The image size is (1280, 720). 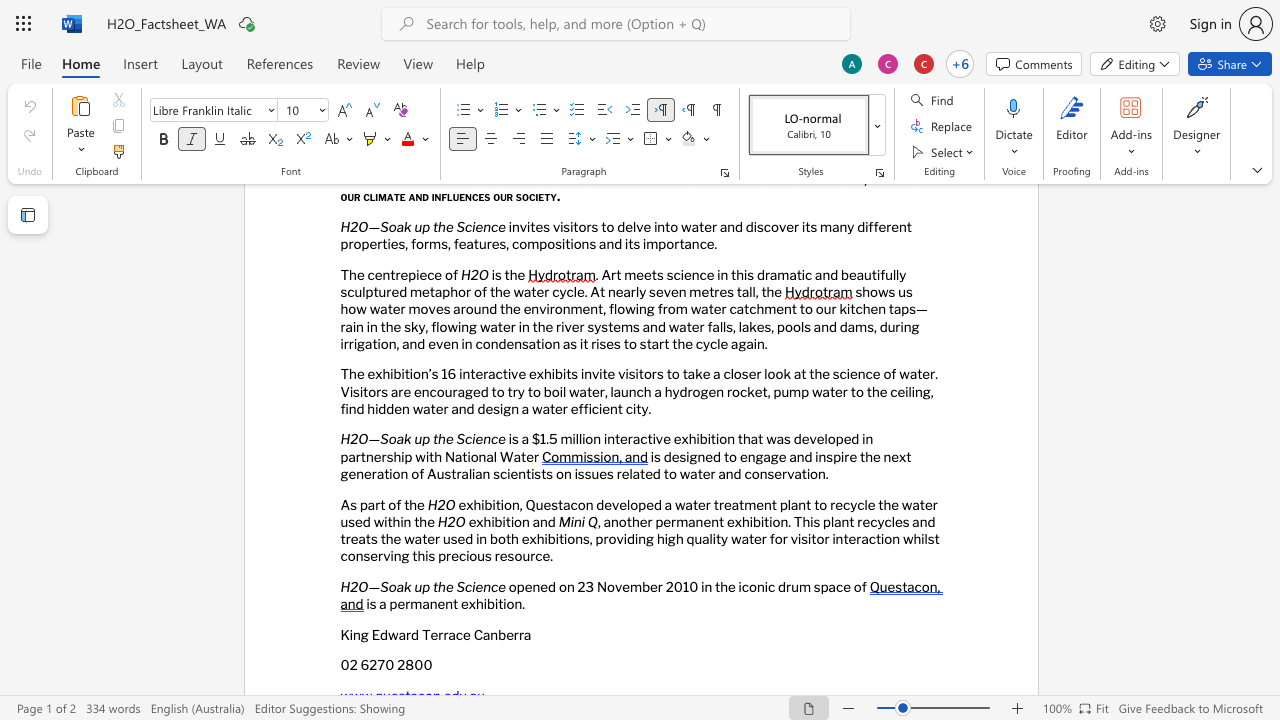 What do you see at coordinates (463, 438) in the screenshot?
I see `the space between the continuous character "S" and "c" in the text` at bounding box center [463, 438].